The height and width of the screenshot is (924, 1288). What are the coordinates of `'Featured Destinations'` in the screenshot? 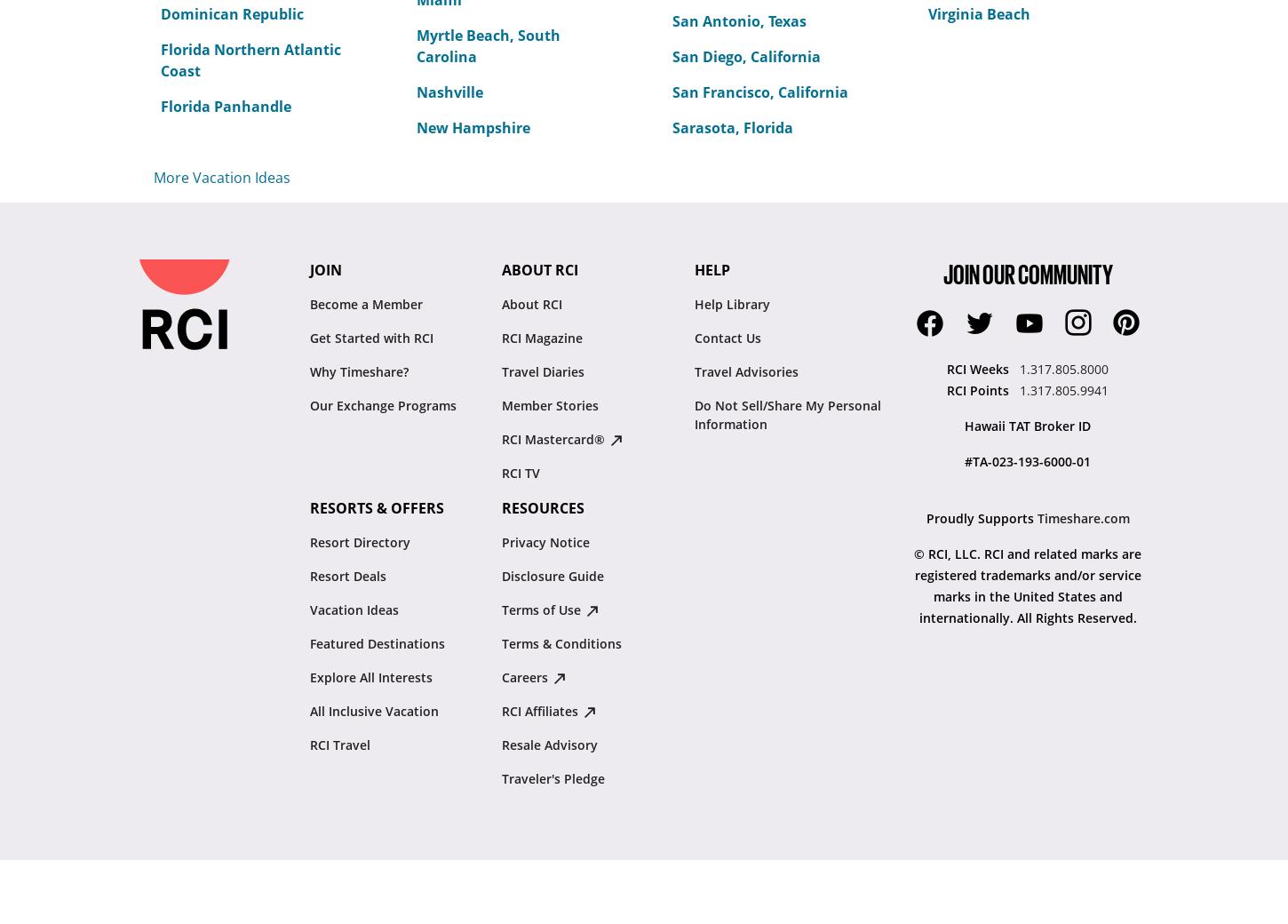 It's located at (376, 643).